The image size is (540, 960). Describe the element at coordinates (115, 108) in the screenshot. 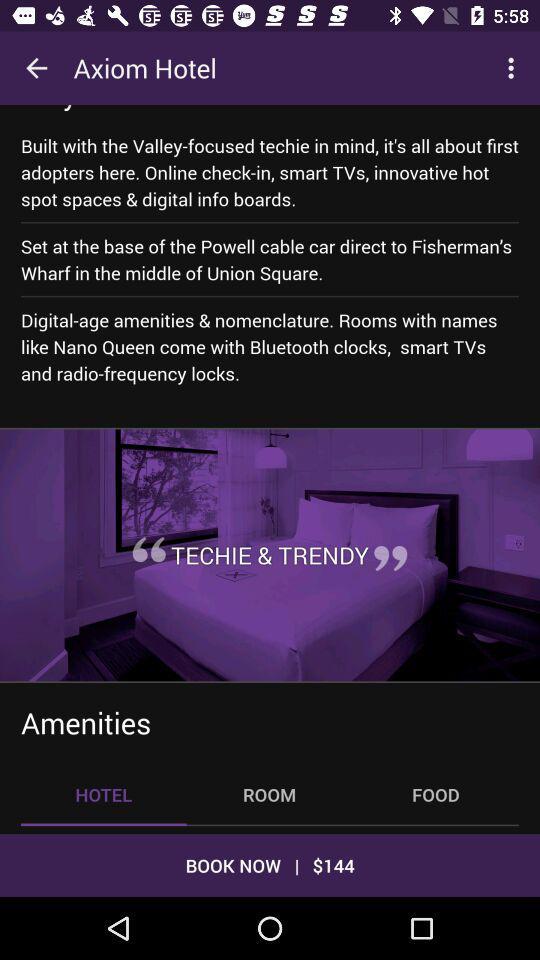

I see `the item above built with the icon` at that location.